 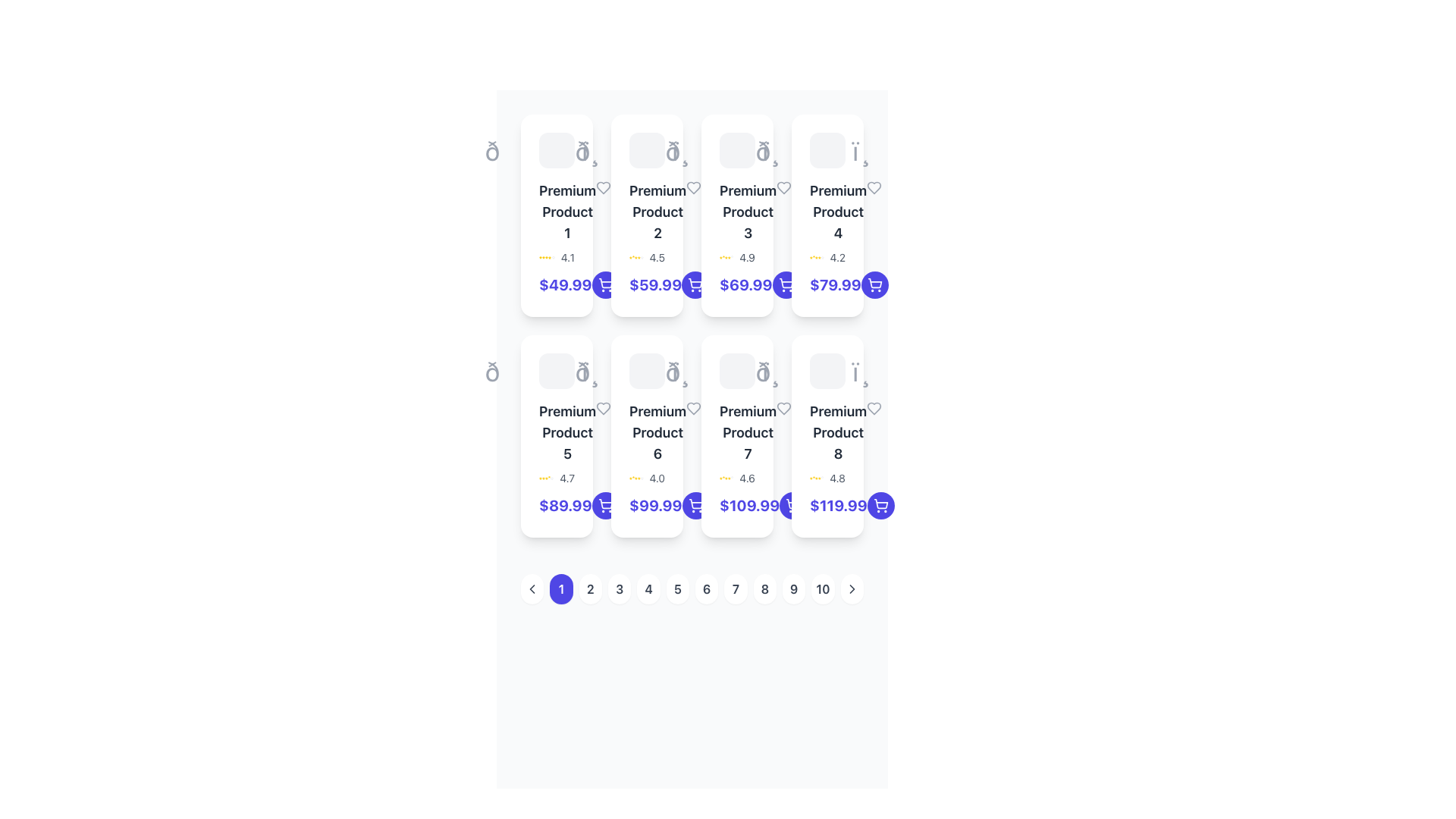 What do you see at coordinates (874, 283) in the screenshot?
I see `the shopping cart icon for 'Premium Product 4' located in the top-right corner of the product card` at bounding box center [874, 283].